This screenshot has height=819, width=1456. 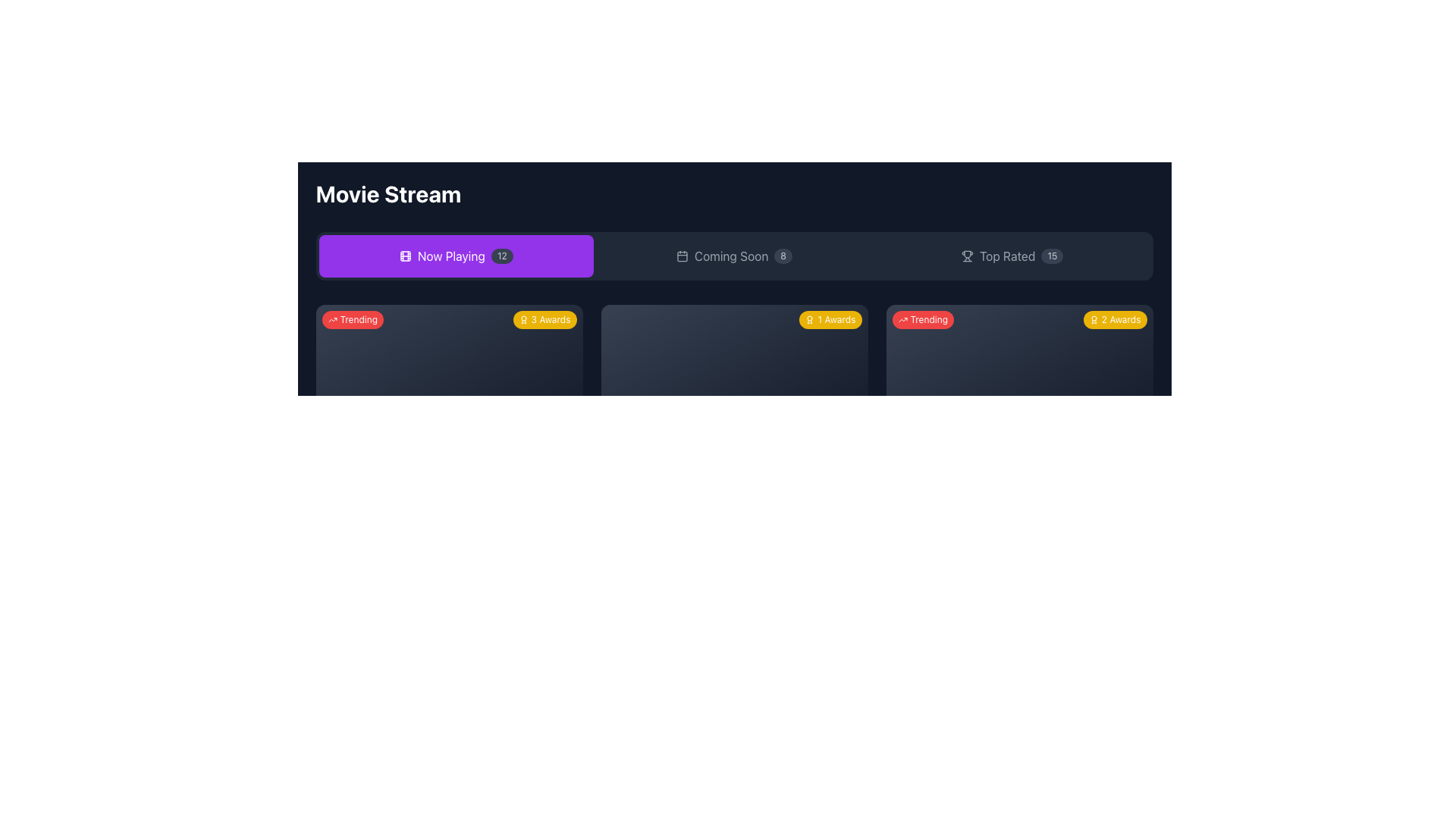 What do you see at coordinates (331, 318) in the screenshot?
I see `the trending icon located within the notification badge labeled 'Trending', positioned to the left of the text in the badge` at bounding box center [331, 318].